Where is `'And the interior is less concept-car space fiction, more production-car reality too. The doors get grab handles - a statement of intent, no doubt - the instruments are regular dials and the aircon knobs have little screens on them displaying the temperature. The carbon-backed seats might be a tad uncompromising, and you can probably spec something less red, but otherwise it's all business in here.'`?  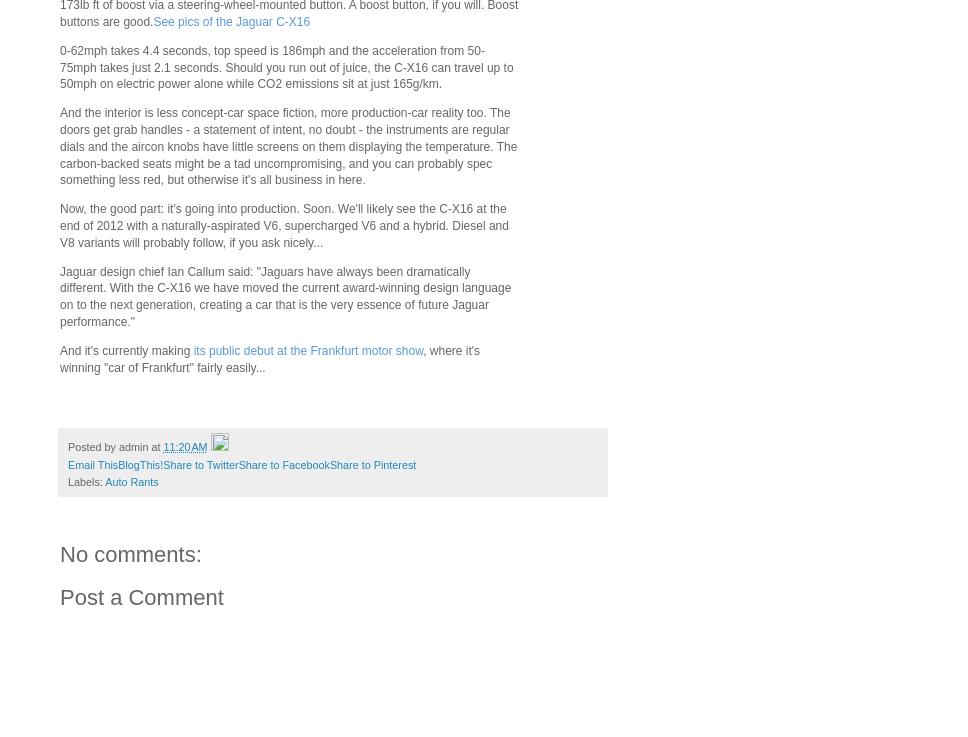
'And the interior is less concept-car space fiction, more production-car reality too. The doors get grab handles - a statement of intent, no doubt - the instruments are regular dials and the aircon knobs have little screens on them displaying the temperature. The carbon-backed seats might be a tad uncompromising, and you can probably spec something less red, but otherwise it's all business in here.' is located at coordinates (59, 146).